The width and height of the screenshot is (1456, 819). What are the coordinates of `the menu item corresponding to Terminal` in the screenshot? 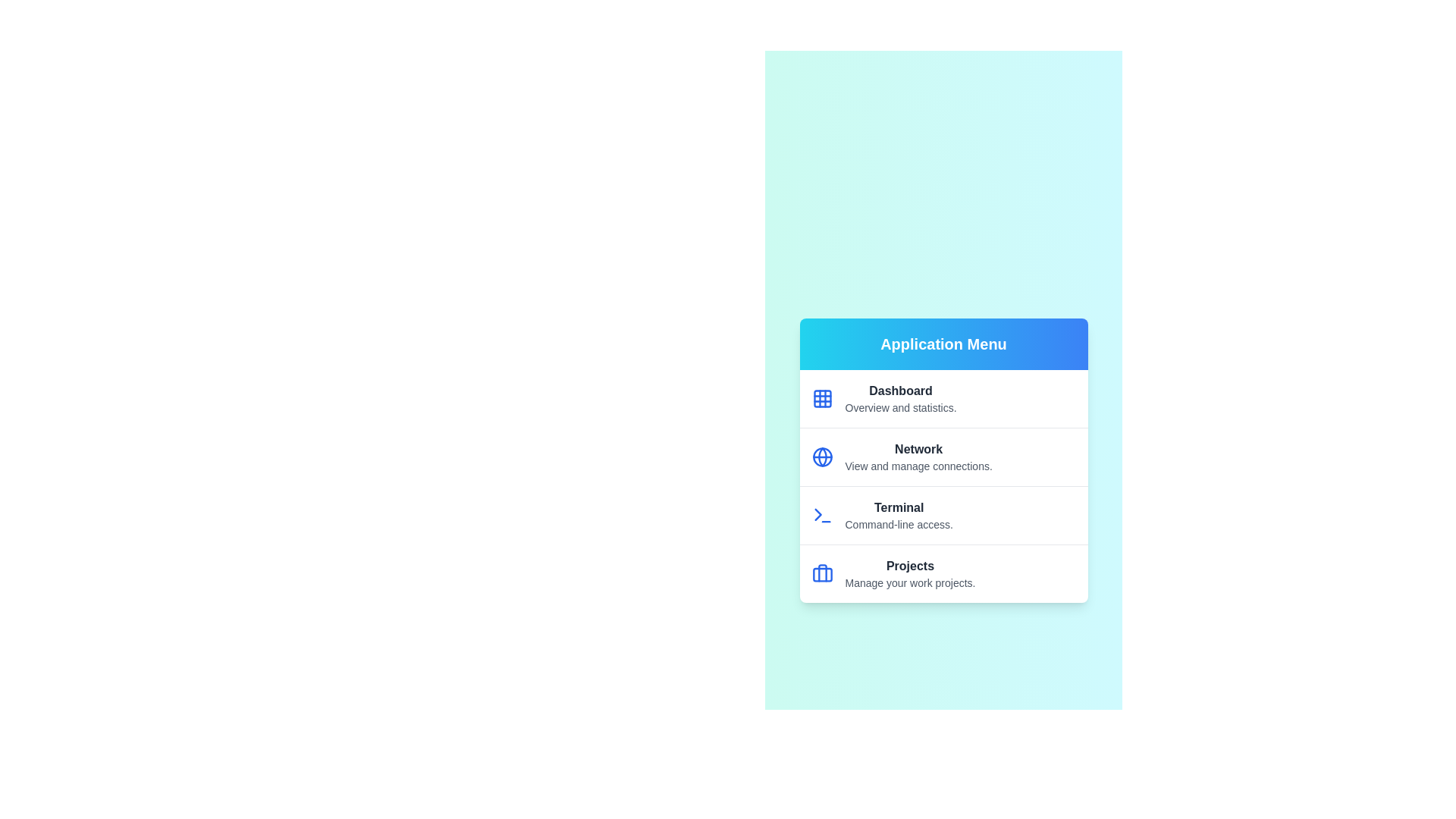 It's located at (943, 513).